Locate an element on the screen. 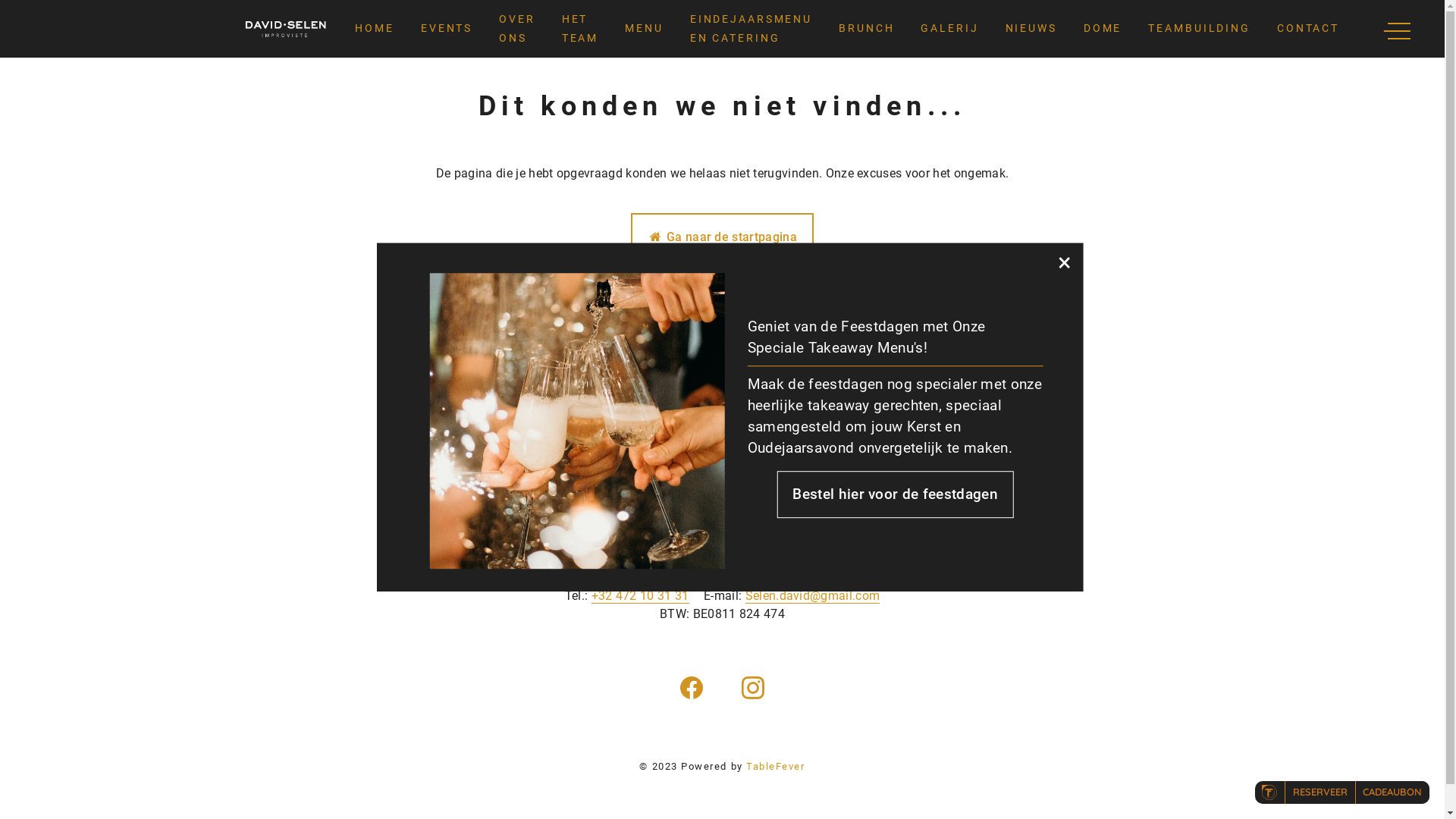 This screenshot has width=1456, height=819. 'Bestel hier voor de feestdagen' is located at coordinates (895, 494).